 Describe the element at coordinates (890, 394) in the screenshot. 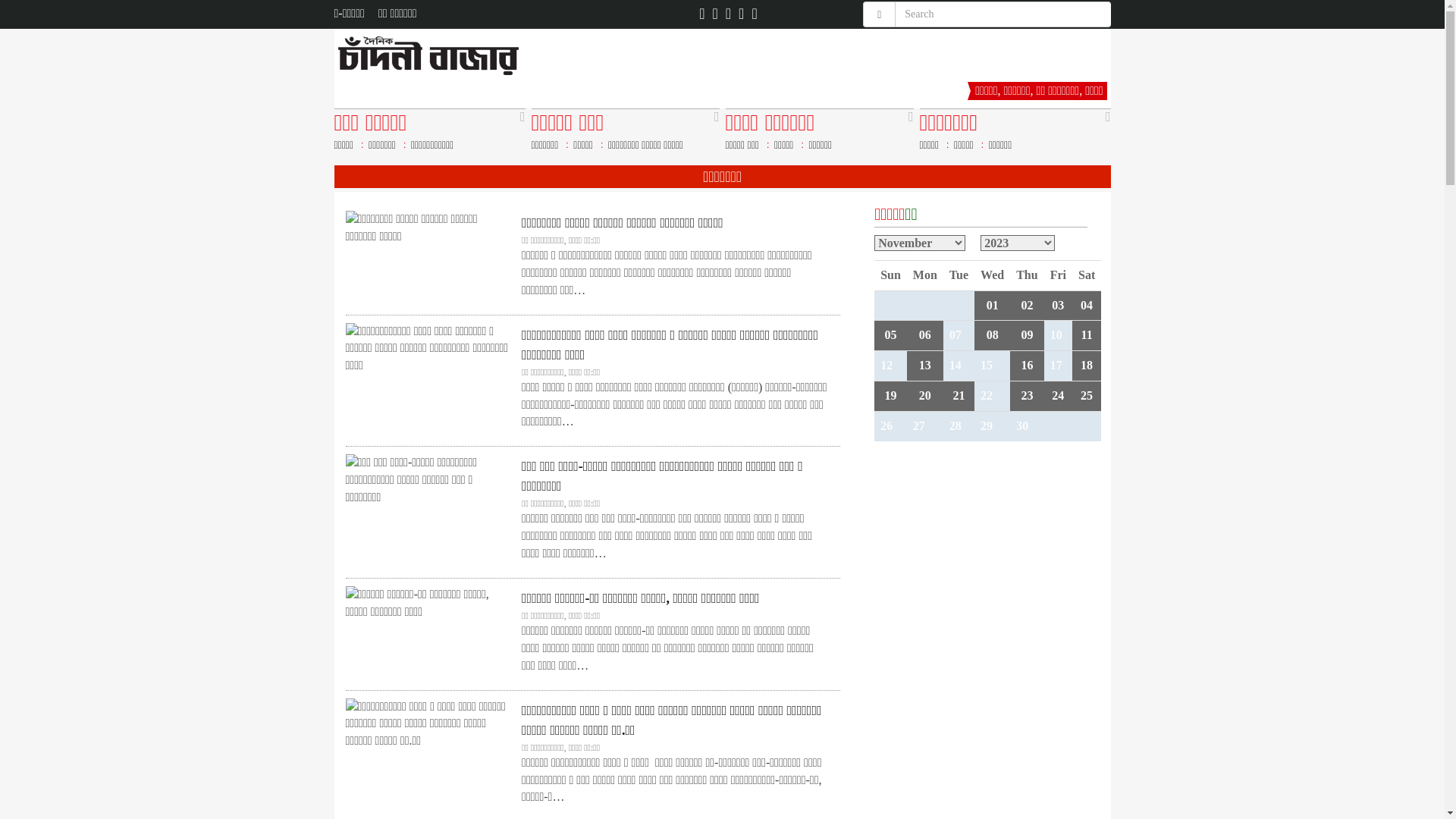

I see `'19'` at that location.